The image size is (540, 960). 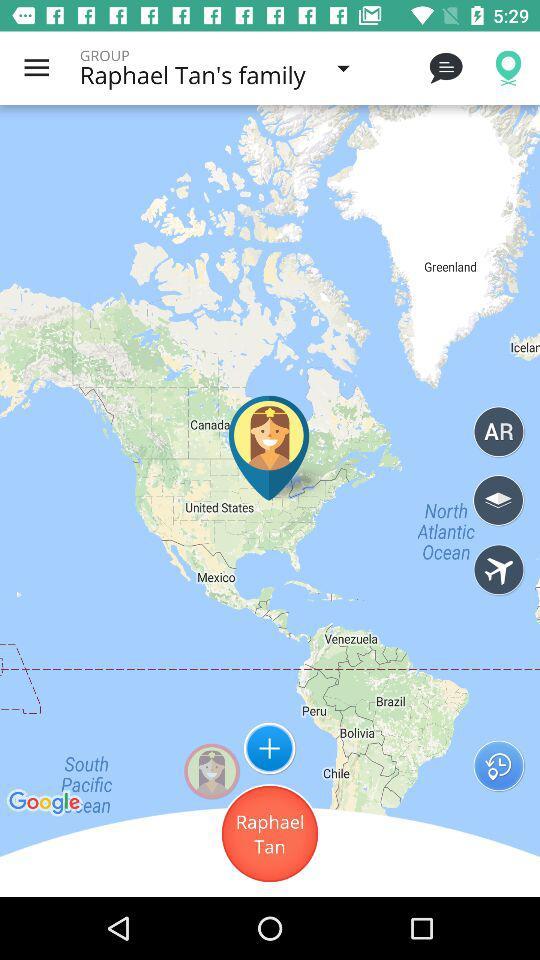 I want to click on the icon to the left of the group icon, so click(x=36, y=68).